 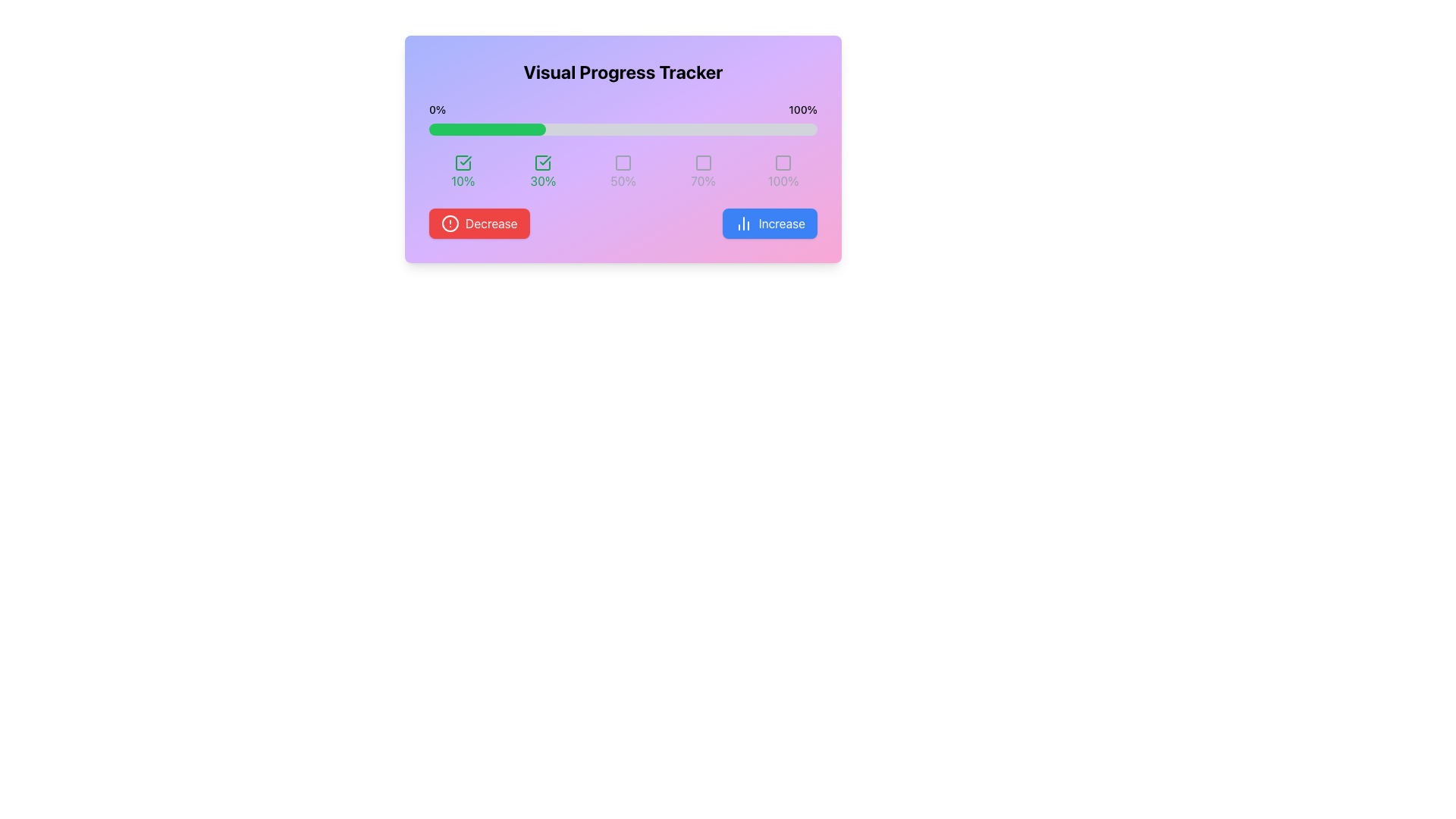 What do you see at coordinates (462, 171) in the screenshot?
I see `percentage value displayed on the Progress Indicator, which shows '10%' with a green checkmark icon above it` at bounding box center [462, 171].